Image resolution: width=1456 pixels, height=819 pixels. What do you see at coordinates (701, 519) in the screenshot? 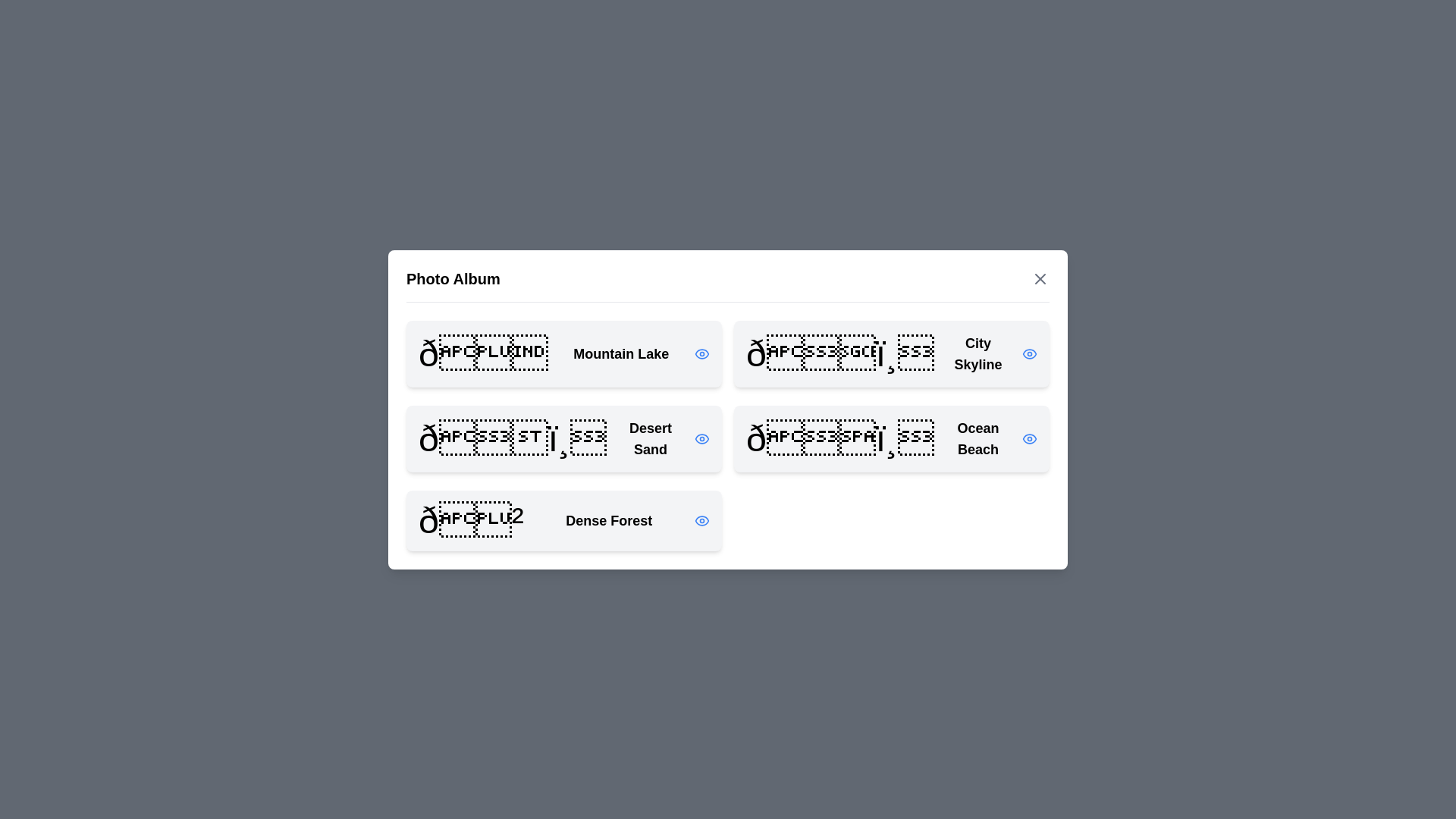
I see `'eye' icon next to the photo titled 'Dense Forest' to view it in detail` at bounding box center [701, 519].